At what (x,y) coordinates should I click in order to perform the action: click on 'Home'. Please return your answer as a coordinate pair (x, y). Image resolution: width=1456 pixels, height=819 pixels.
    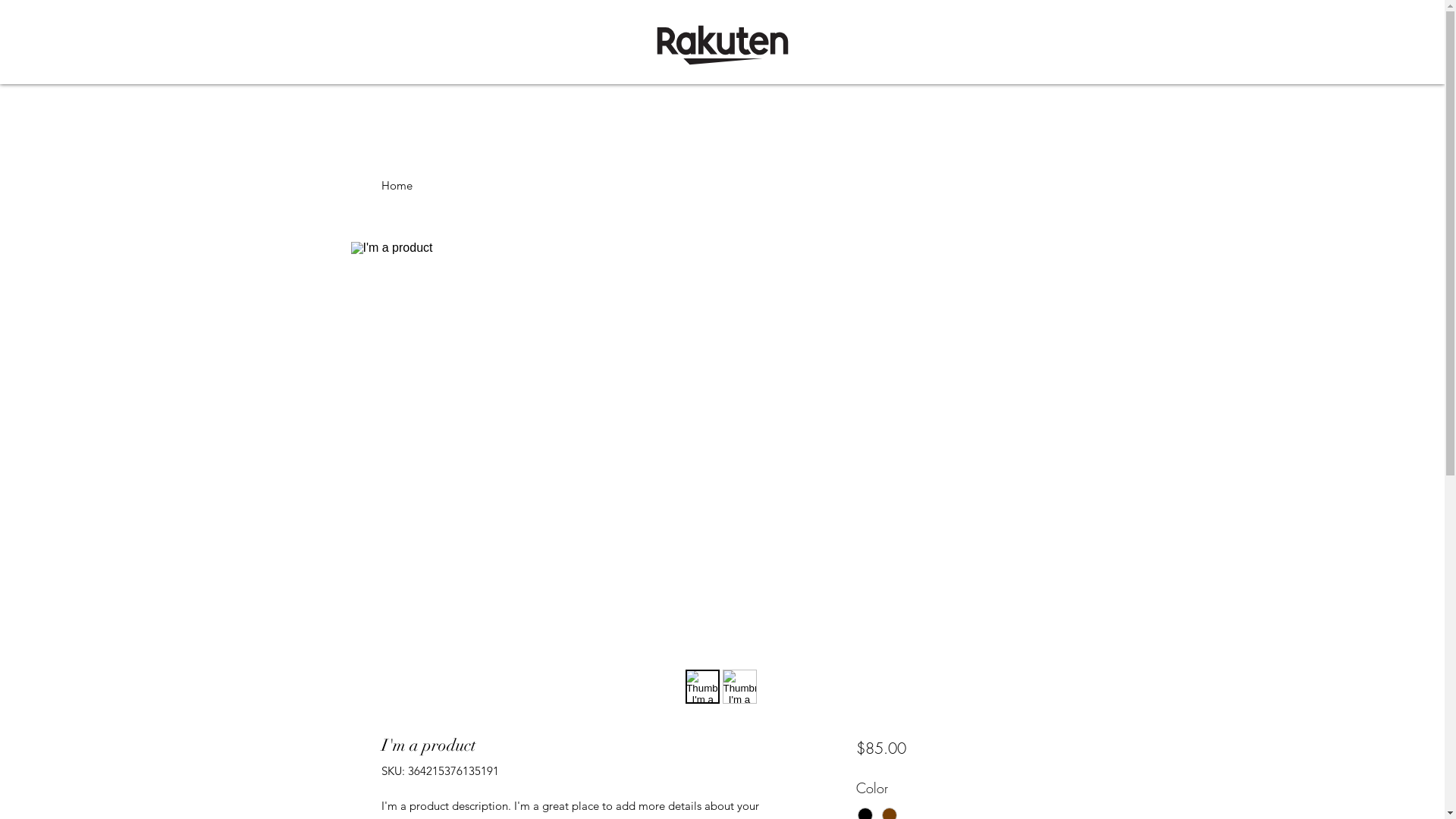
    Looking at the image, I should click on (396, 184).